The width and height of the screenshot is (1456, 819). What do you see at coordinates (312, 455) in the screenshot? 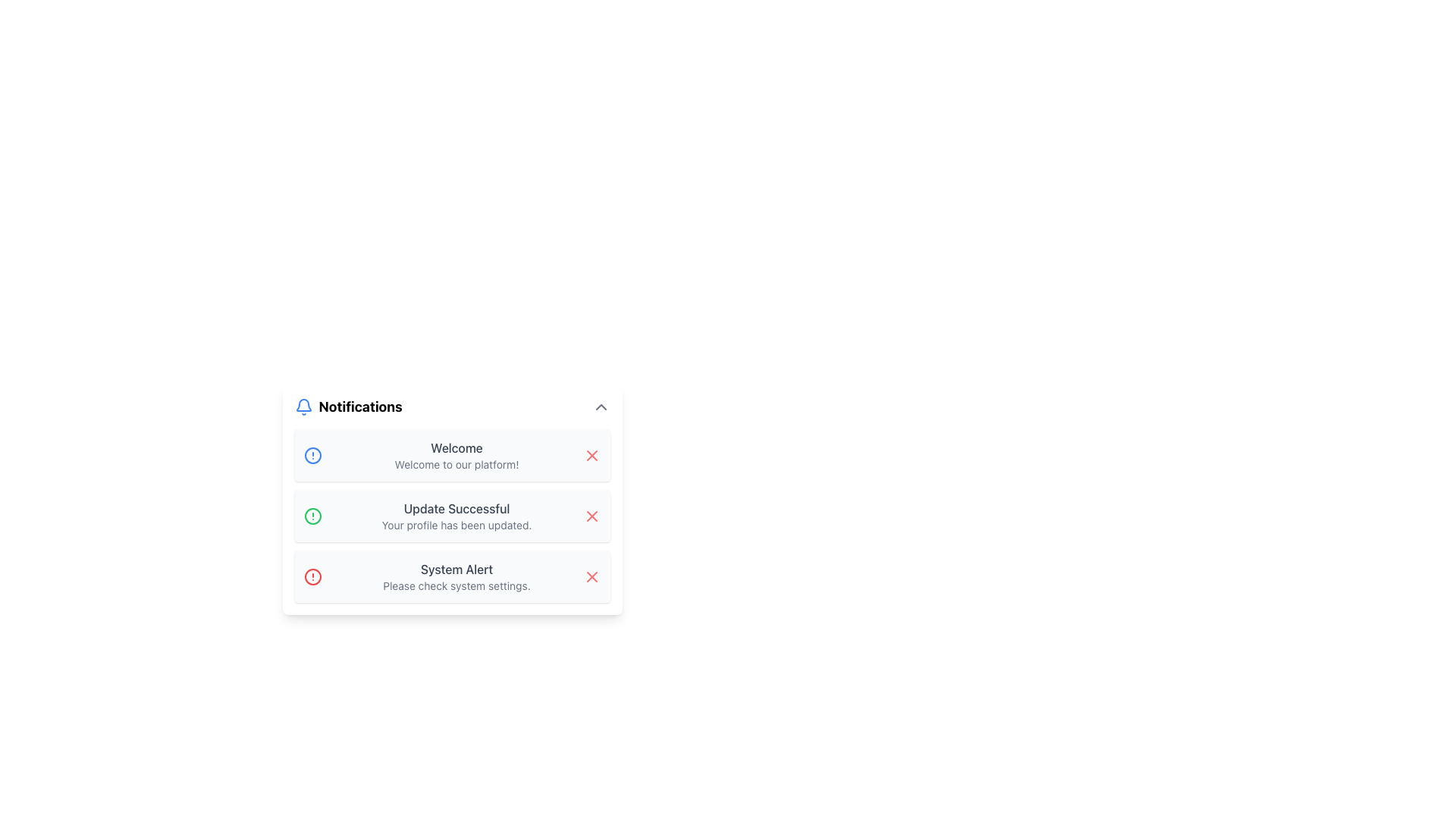
I see `the alert icon located to the left of the 'Welcome' notification text` at bounding box center [312, 455].